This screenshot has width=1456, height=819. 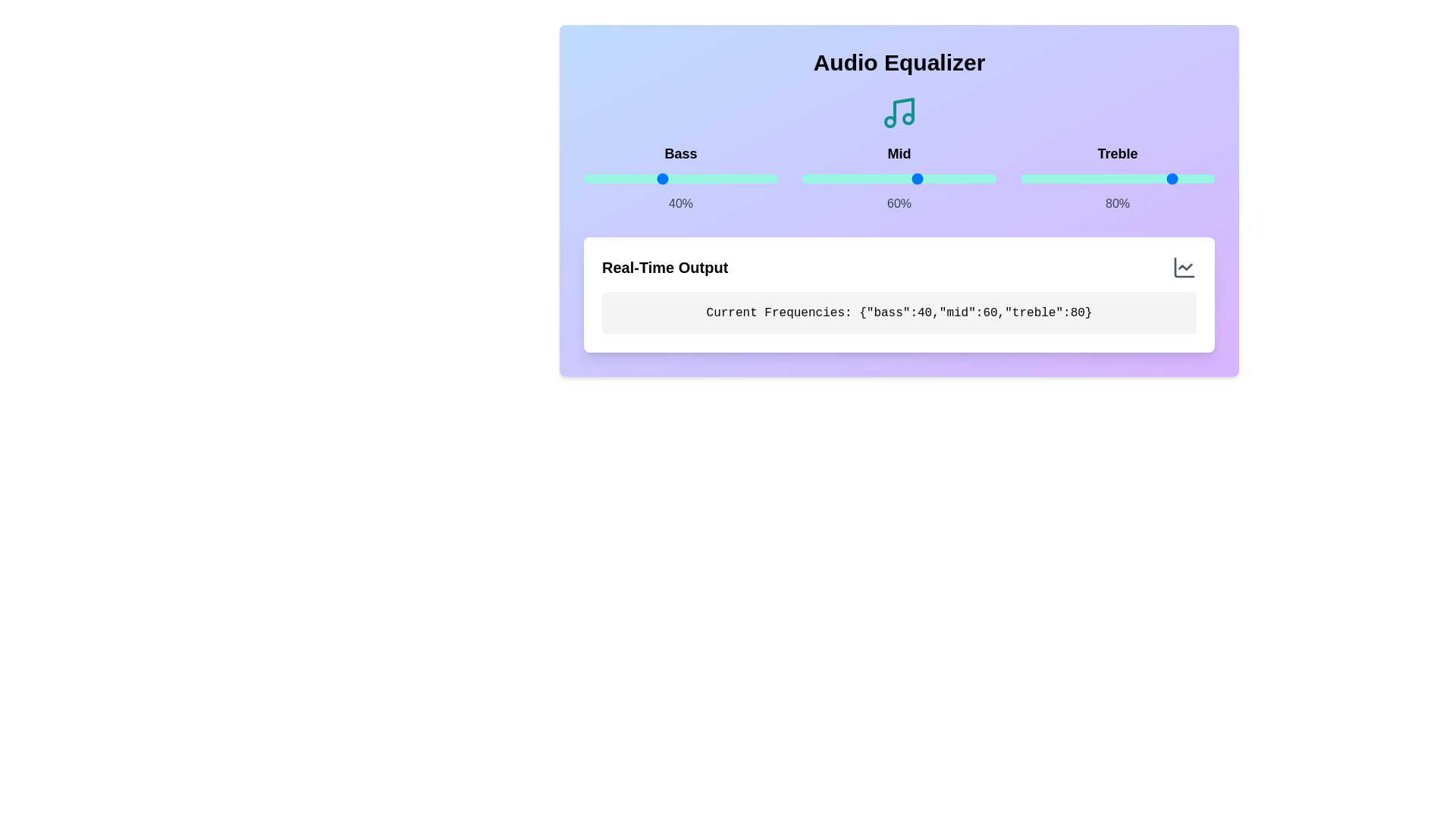 What do you see at coordinates (903, 110) in the screenshot?
I see `the vertical line segment within the SVG representation of the musical note, located at the upper part of the icon and slightly off-center` at bounding box center [903, 110].